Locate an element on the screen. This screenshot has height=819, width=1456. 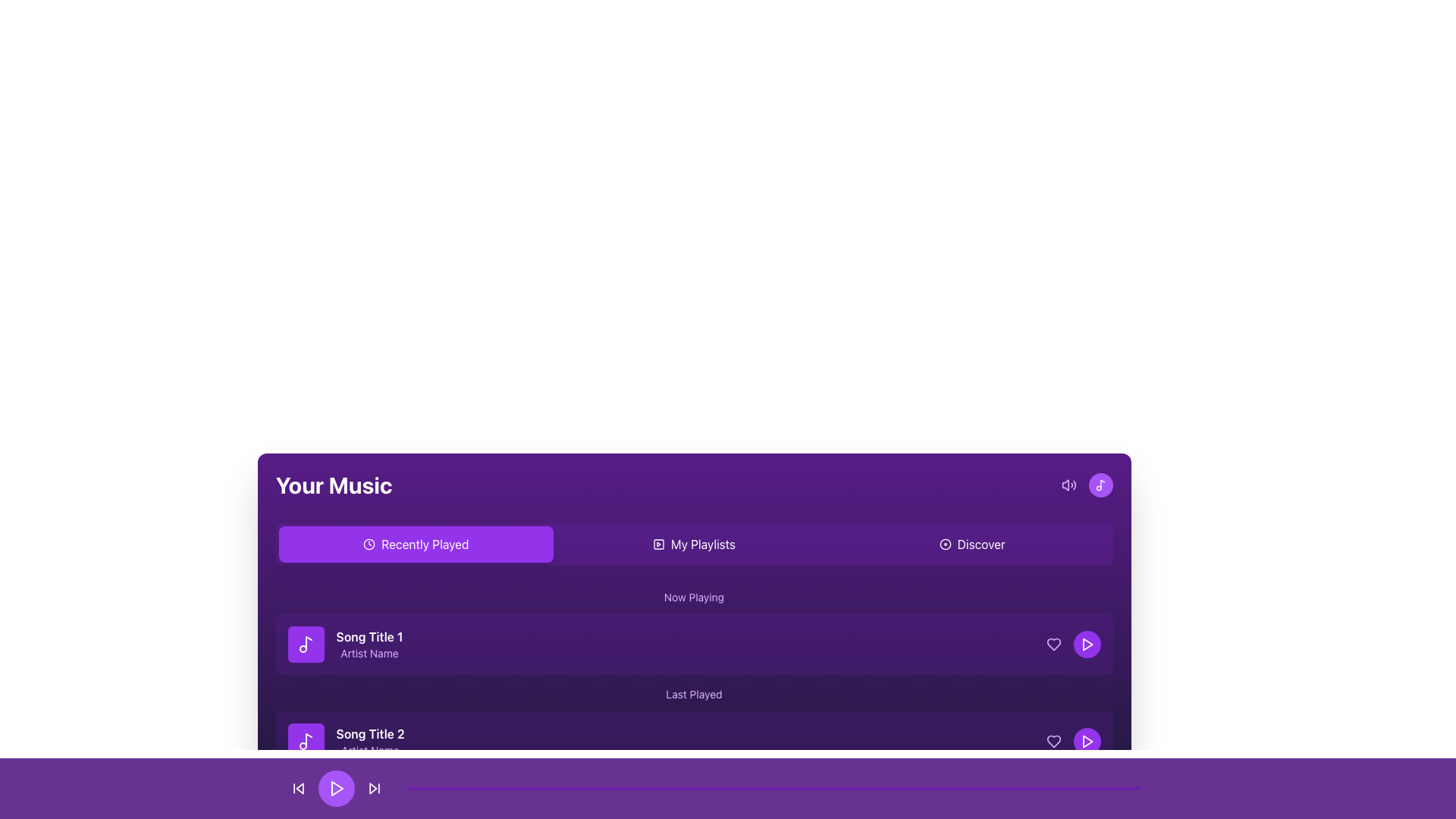
the 'favorite' icon located at the right end of the second song entry to mark the song as a favorite is located at coordinates (1053, 741).